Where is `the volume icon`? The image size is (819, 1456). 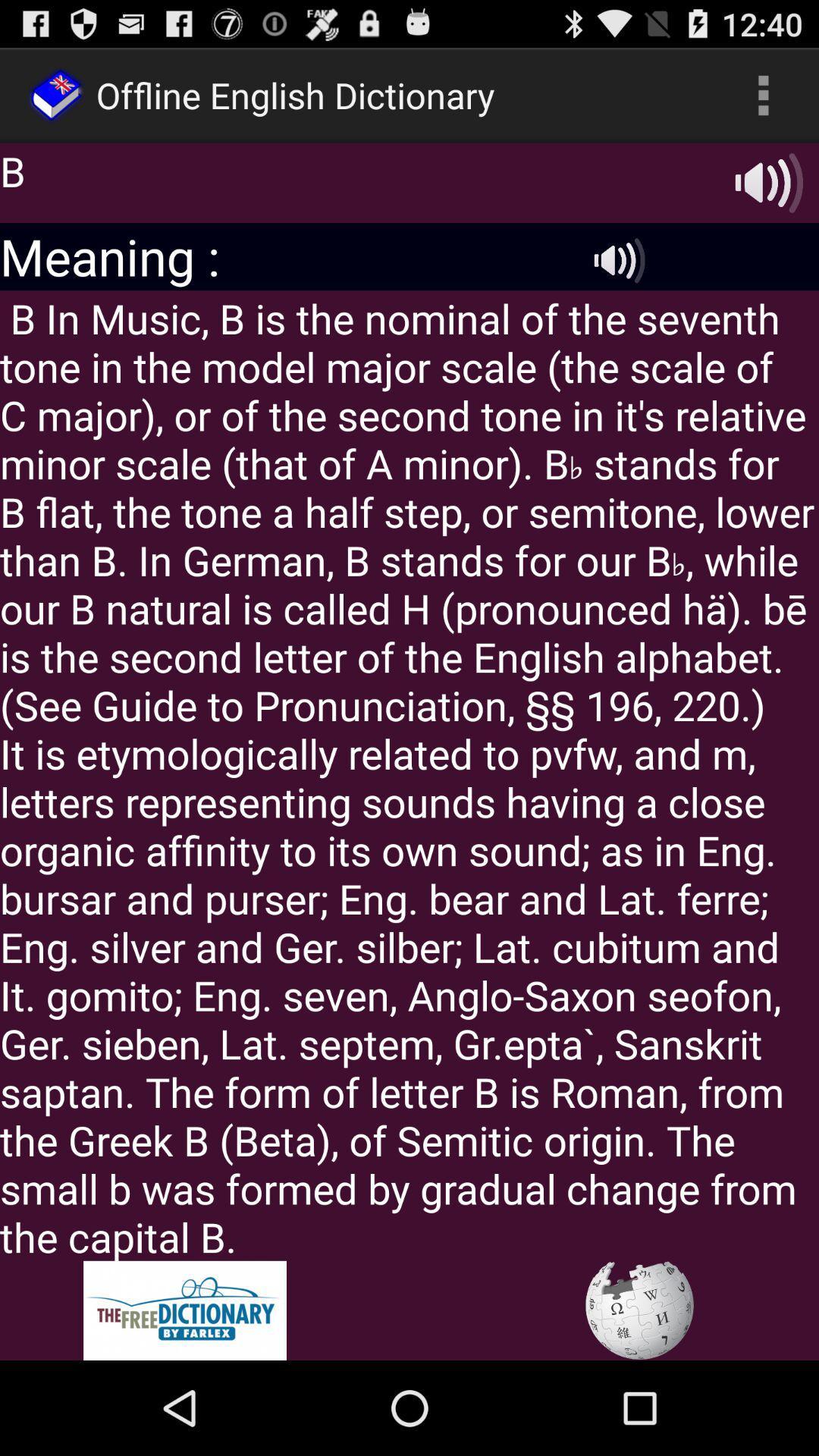
the volume icon is located at coordinates (769, 195).